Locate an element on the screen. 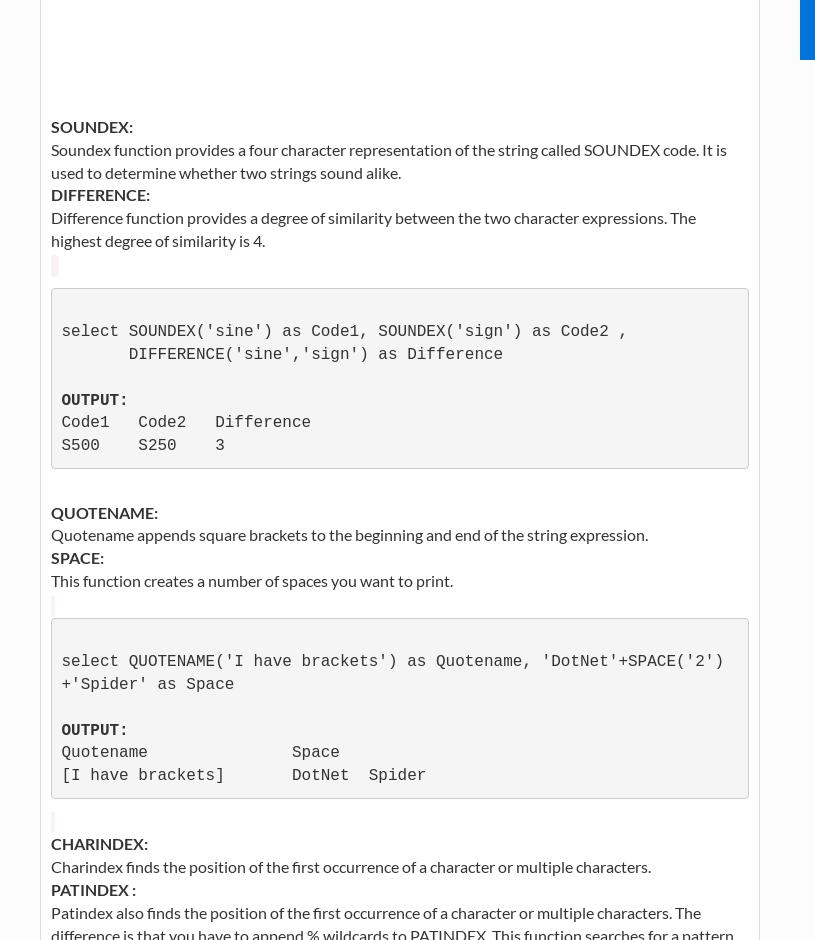  'Quotename appends square brackets to the beginning and end of the string expression.' is located at coordinates (348, 533).